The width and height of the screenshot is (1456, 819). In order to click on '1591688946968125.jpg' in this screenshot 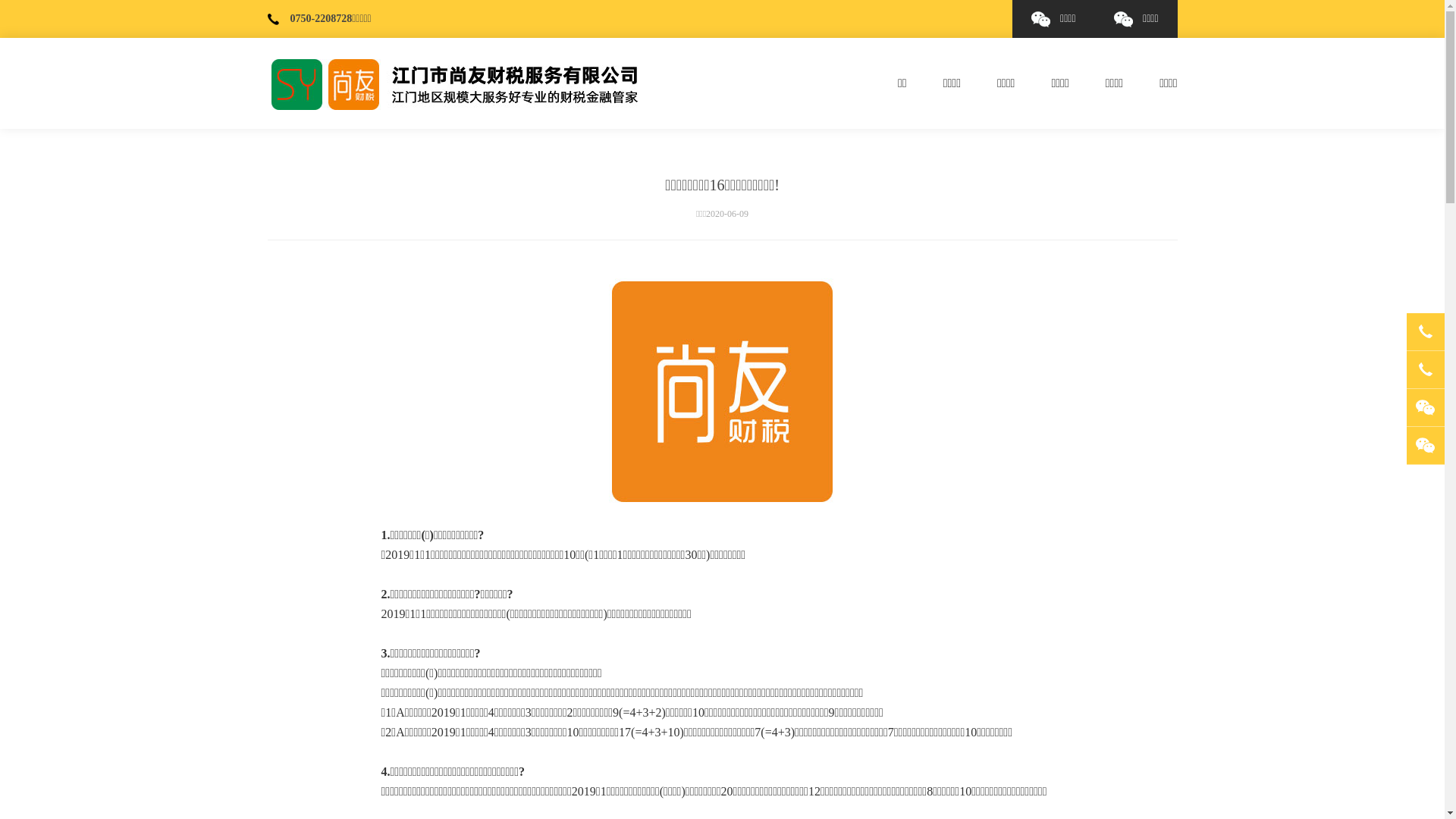, I will do `click(720, 391)`.